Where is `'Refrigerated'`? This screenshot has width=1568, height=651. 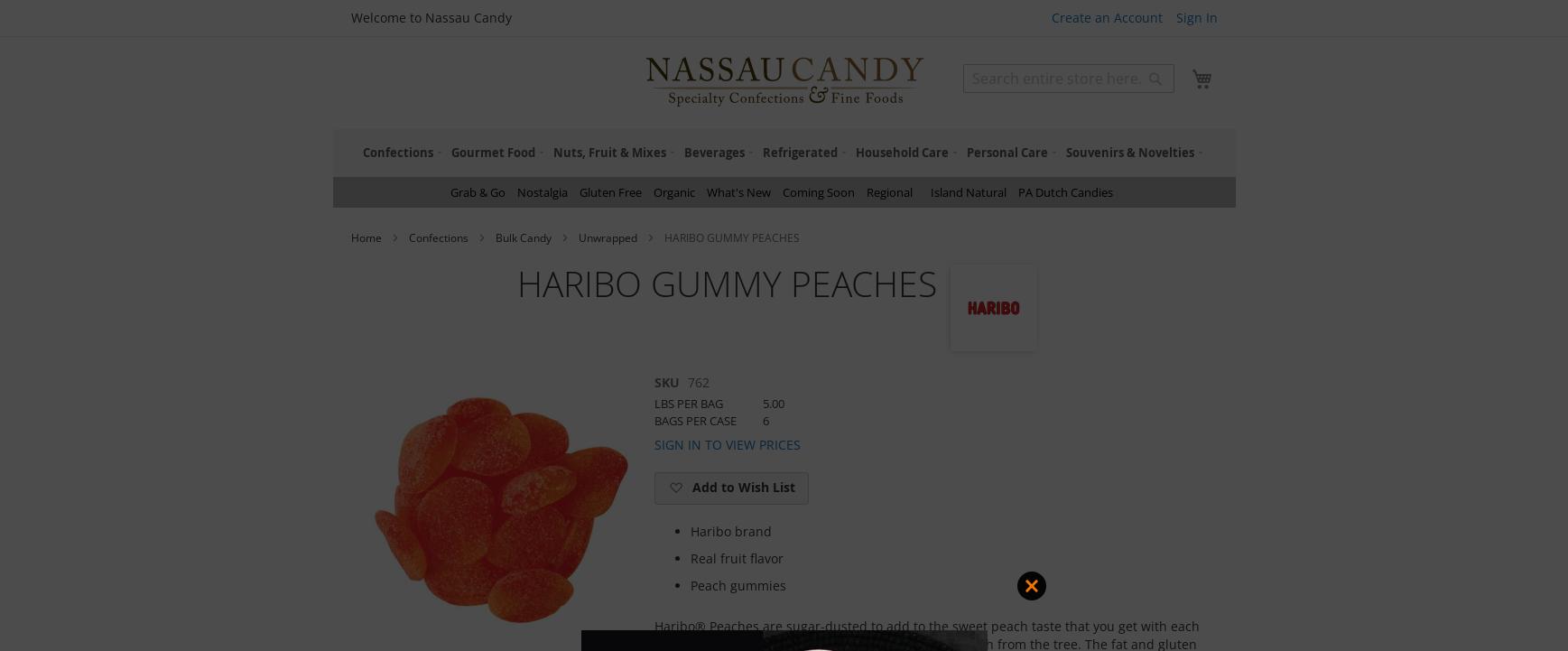 'Refrigerated' is located at coordinates (800, 152).